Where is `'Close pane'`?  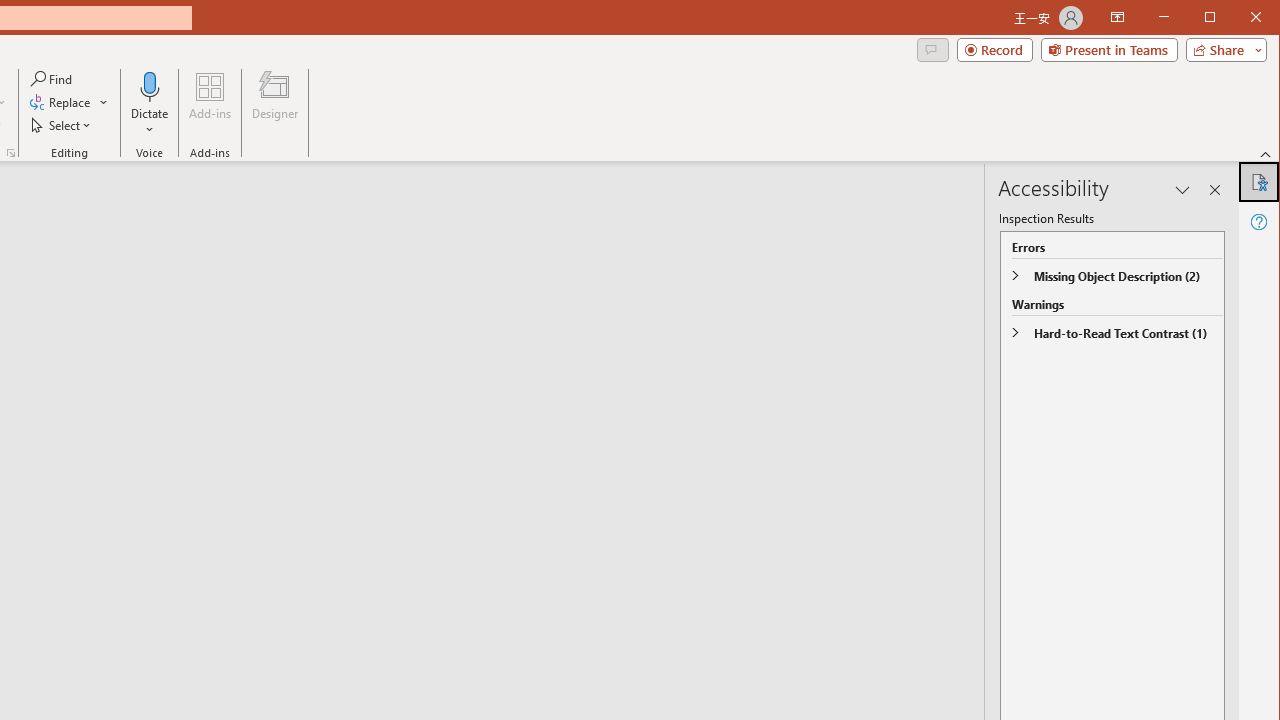
'Close pane' is located at coordinates (1214, 190).